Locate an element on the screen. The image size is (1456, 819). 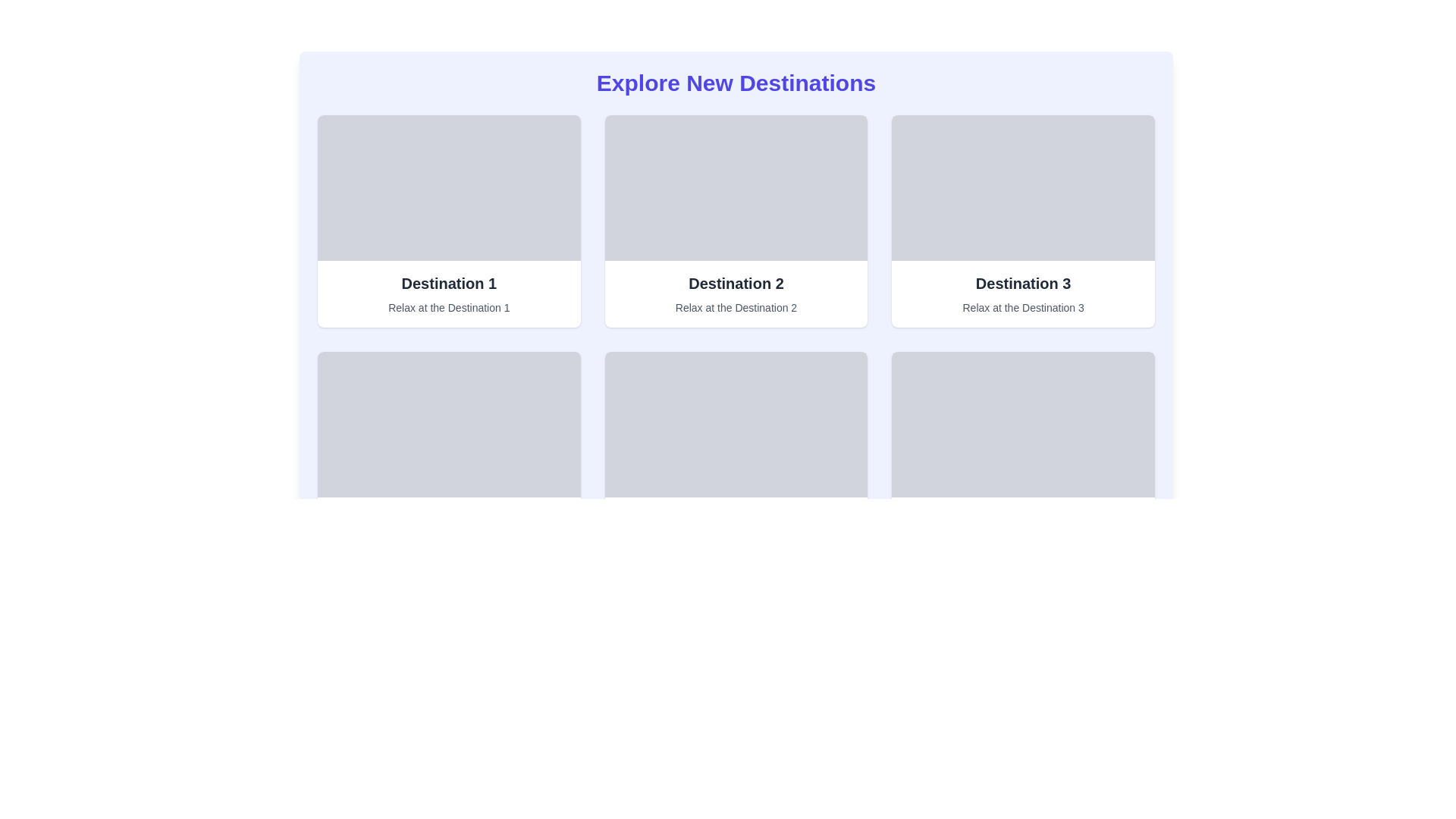
the details of the Card component representing 'Destination 3', located in the top-right corner of the grid layout is located at coordinates (1023, 221).